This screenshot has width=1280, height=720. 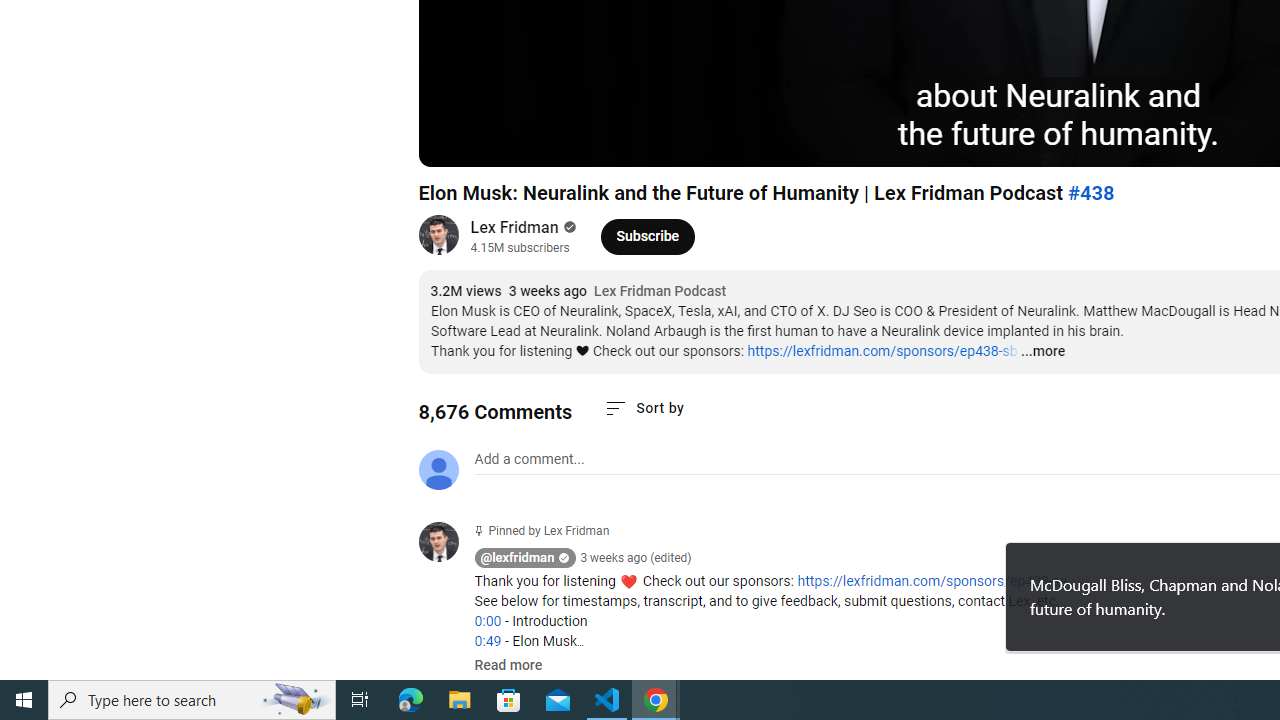 I want to click on 'Lex Fridman Podcast', so click(x=660, y=291).